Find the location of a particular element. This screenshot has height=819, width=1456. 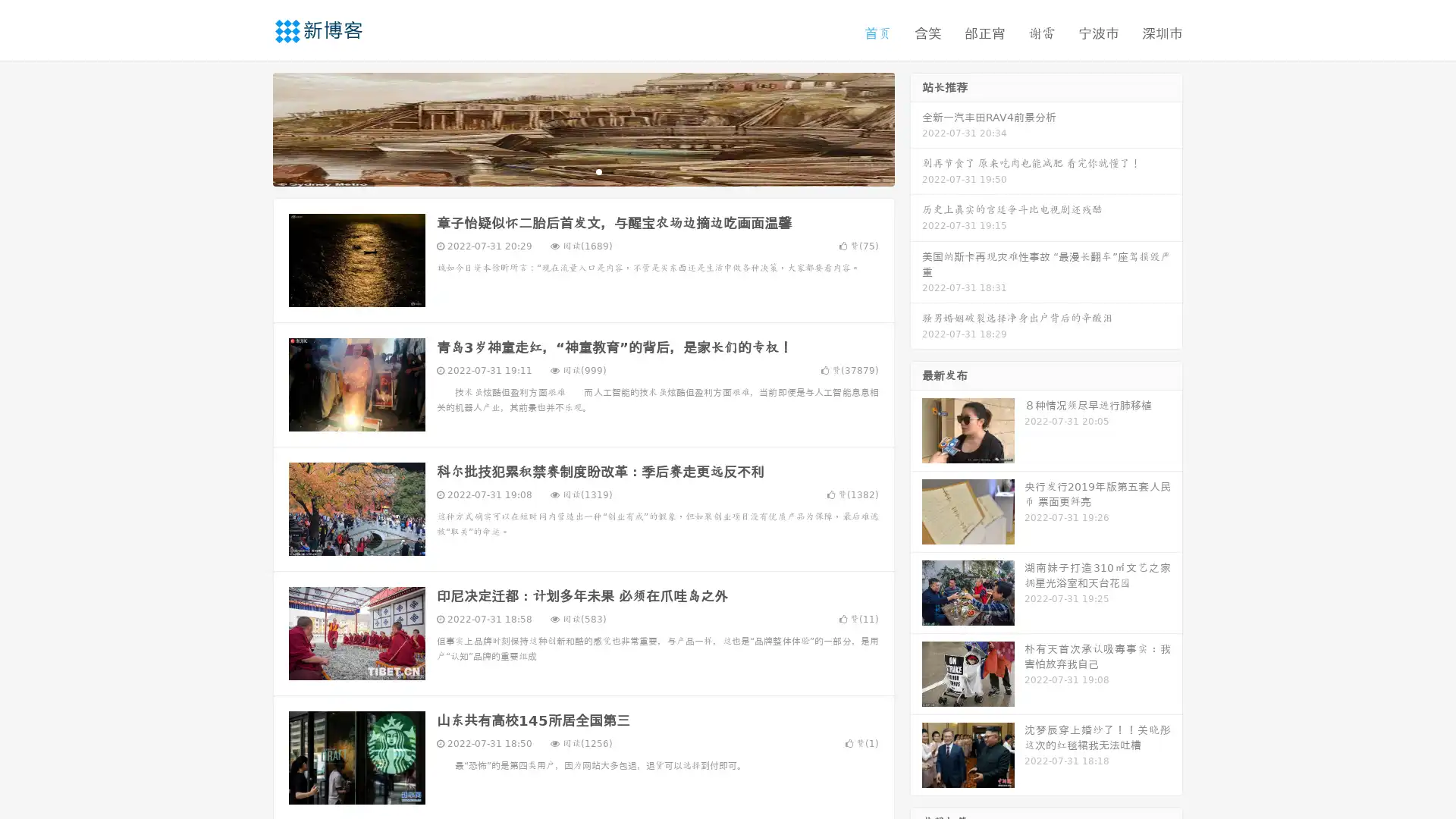

Go to slide 3 is located at coordinates (598, 171).